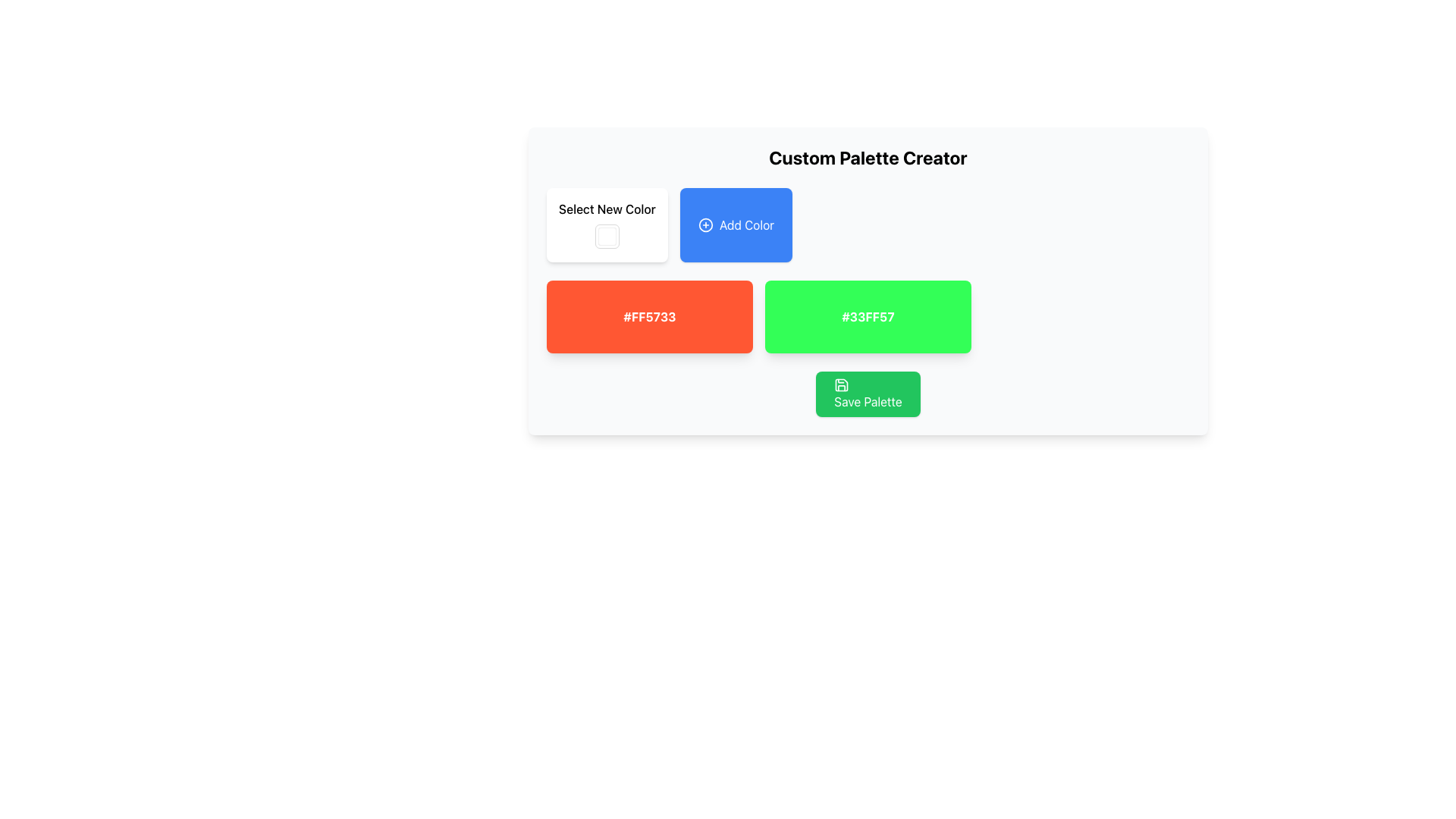 The height and width of the screenshot is (819, 1456). Describe the element at coordinates (704, 225) in the screenshot. I see `the circular blue and white icon with a plus sign inside, which is part of the button labeled 'Add Color'` at that location.